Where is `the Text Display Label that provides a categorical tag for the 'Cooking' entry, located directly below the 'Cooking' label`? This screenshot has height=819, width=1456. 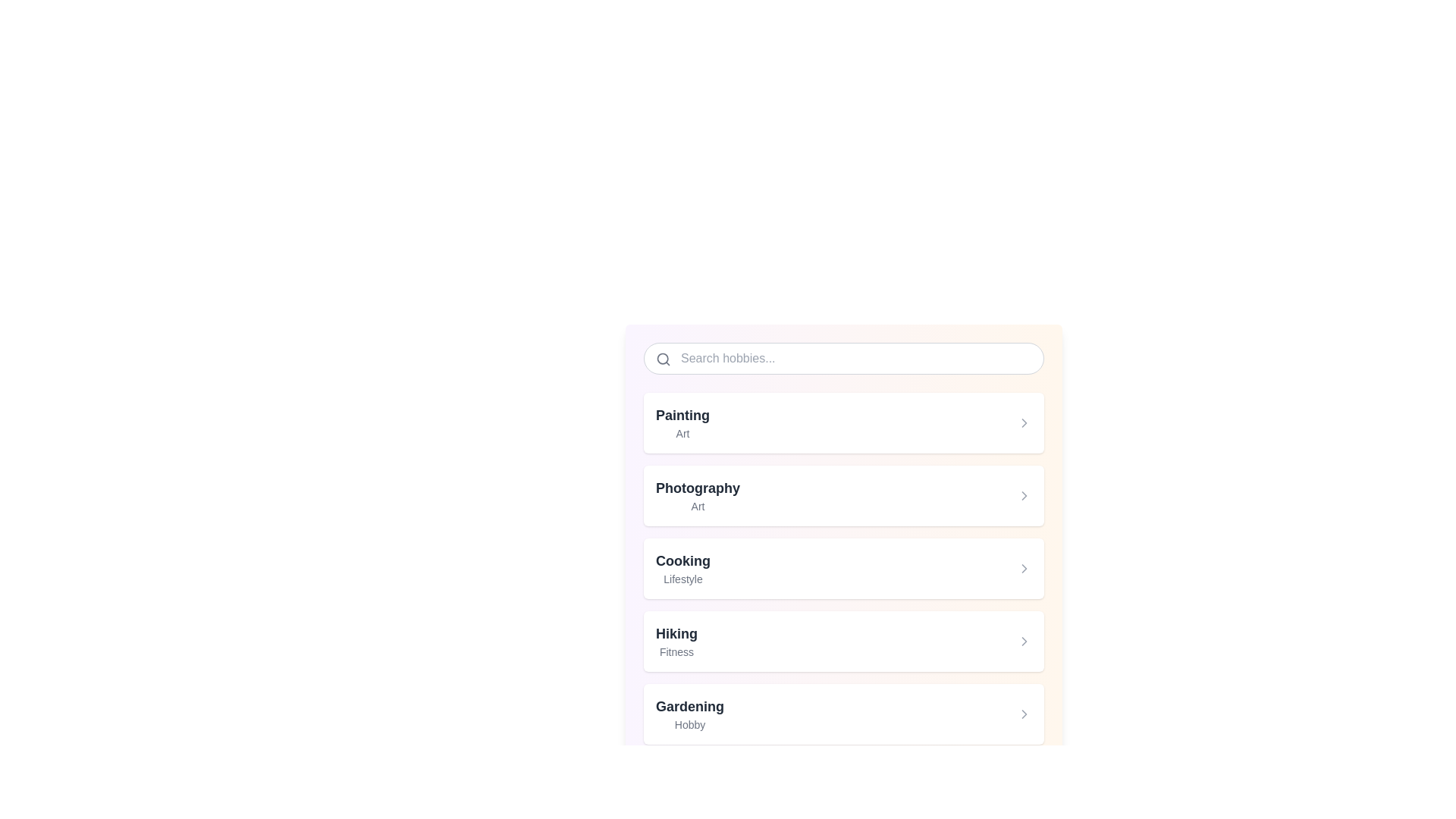 the Text Display Label that provides a categorical tag for the 'Cooking' entry, located directly below the 'Cooking' label is located at coordinates (682, 579).